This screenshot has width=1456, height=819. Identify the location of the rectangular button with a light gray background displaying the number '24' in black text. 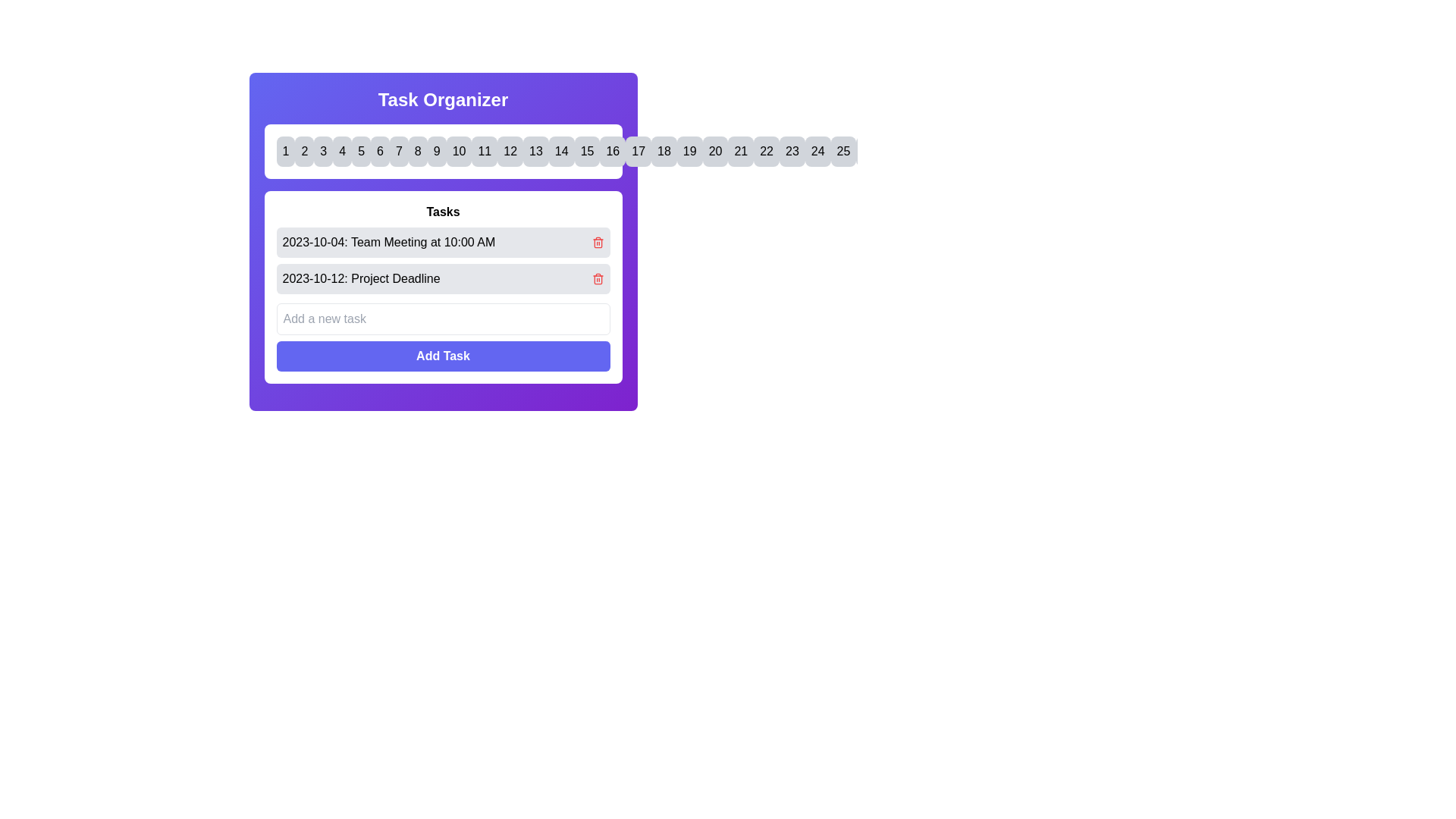
(817, 152).